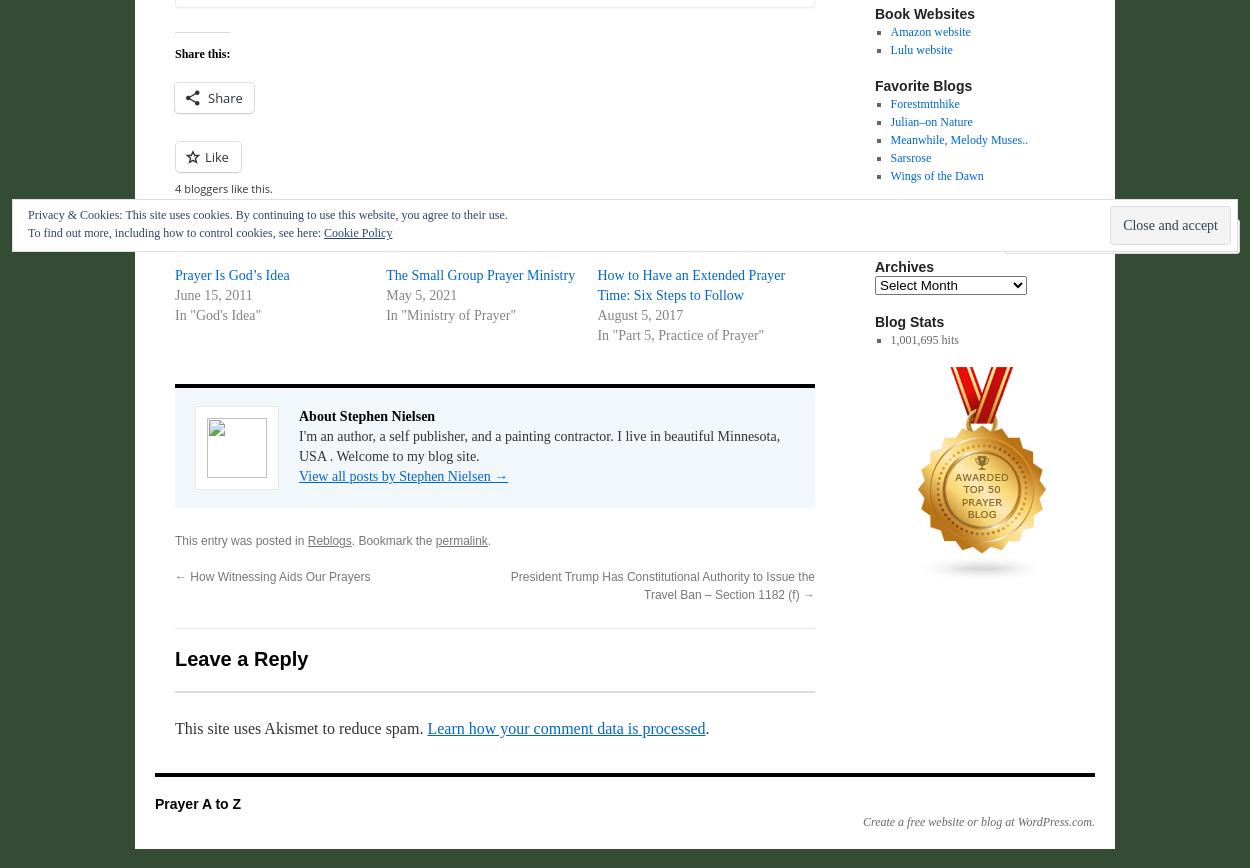  Describe the element at coordinates (924, 103) in the screenshot. I see `'Forestmtnhike'` at that location.